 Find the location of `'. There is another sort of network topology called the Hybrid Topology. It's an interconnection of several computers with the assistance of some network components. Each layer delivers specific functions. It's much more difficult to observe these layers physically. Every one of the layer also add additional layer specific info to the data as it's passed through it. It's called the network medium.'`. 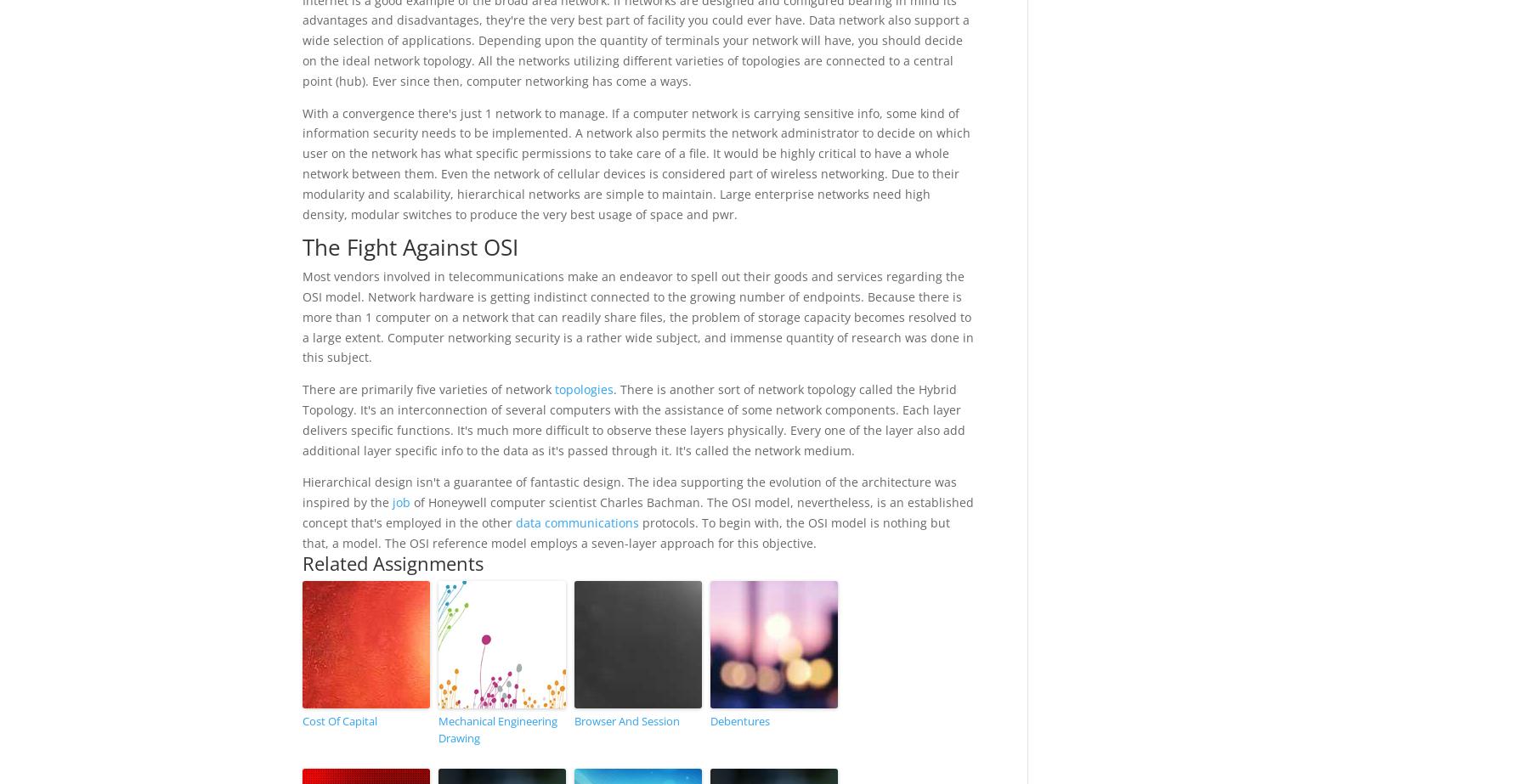

'. There is another sort of network topology called the Hybrid Topology. It's an interconnection of several computers with the assistance of some network components. Each layer delivers specific functions. It's much more difficult to observe these layers physically. Every one of the layer also add additional layer specific info to the data as it's passed through it. It's called the network medium.' is located at coordinates (301, 418).